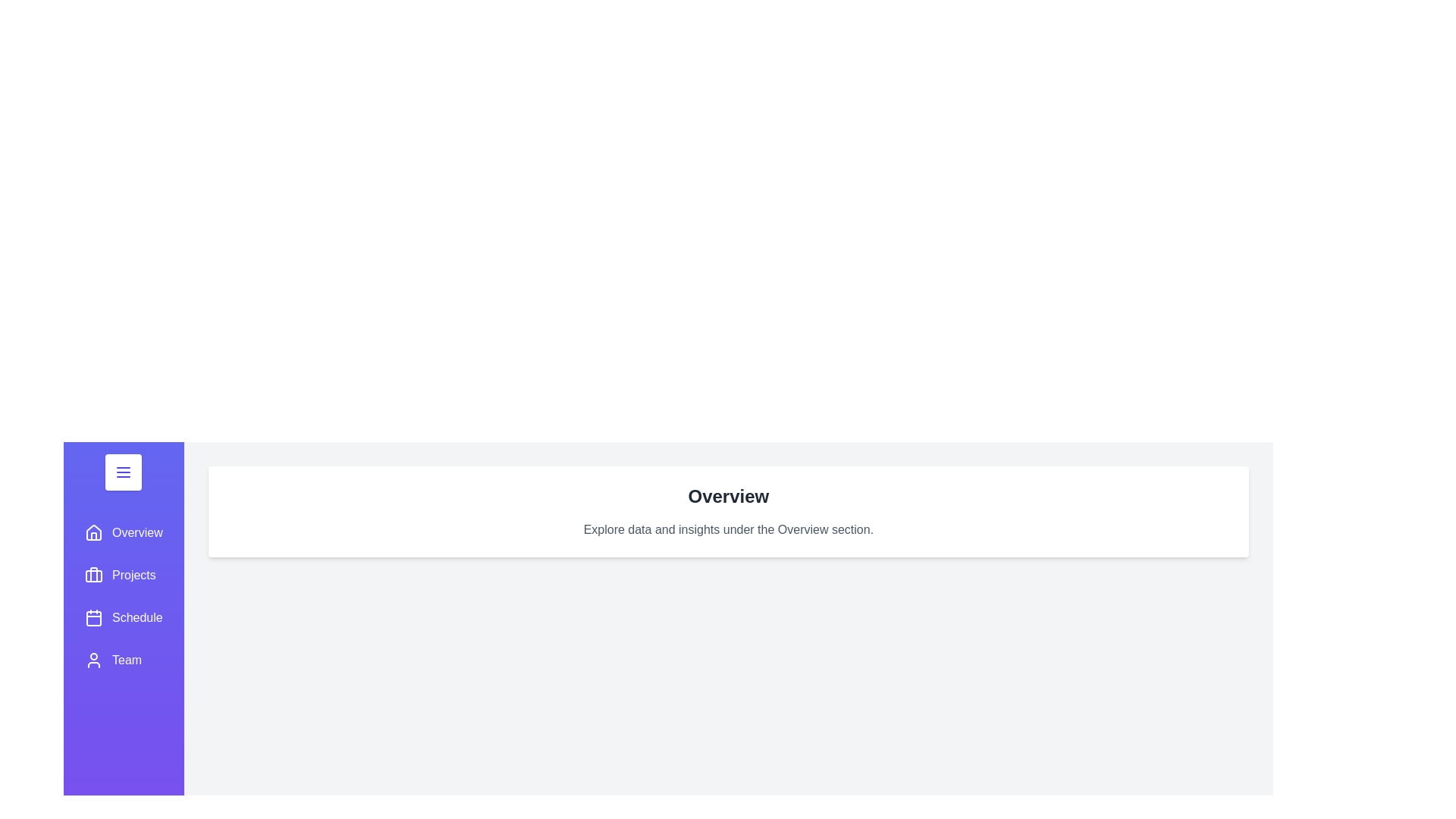 Image resolution: width=1456 pixels, height=819 pixels. What do you see at coordinates (124, 532) in the screenshot?
I see `the section Overview from the sidebar` at bounding box center [124, 532].